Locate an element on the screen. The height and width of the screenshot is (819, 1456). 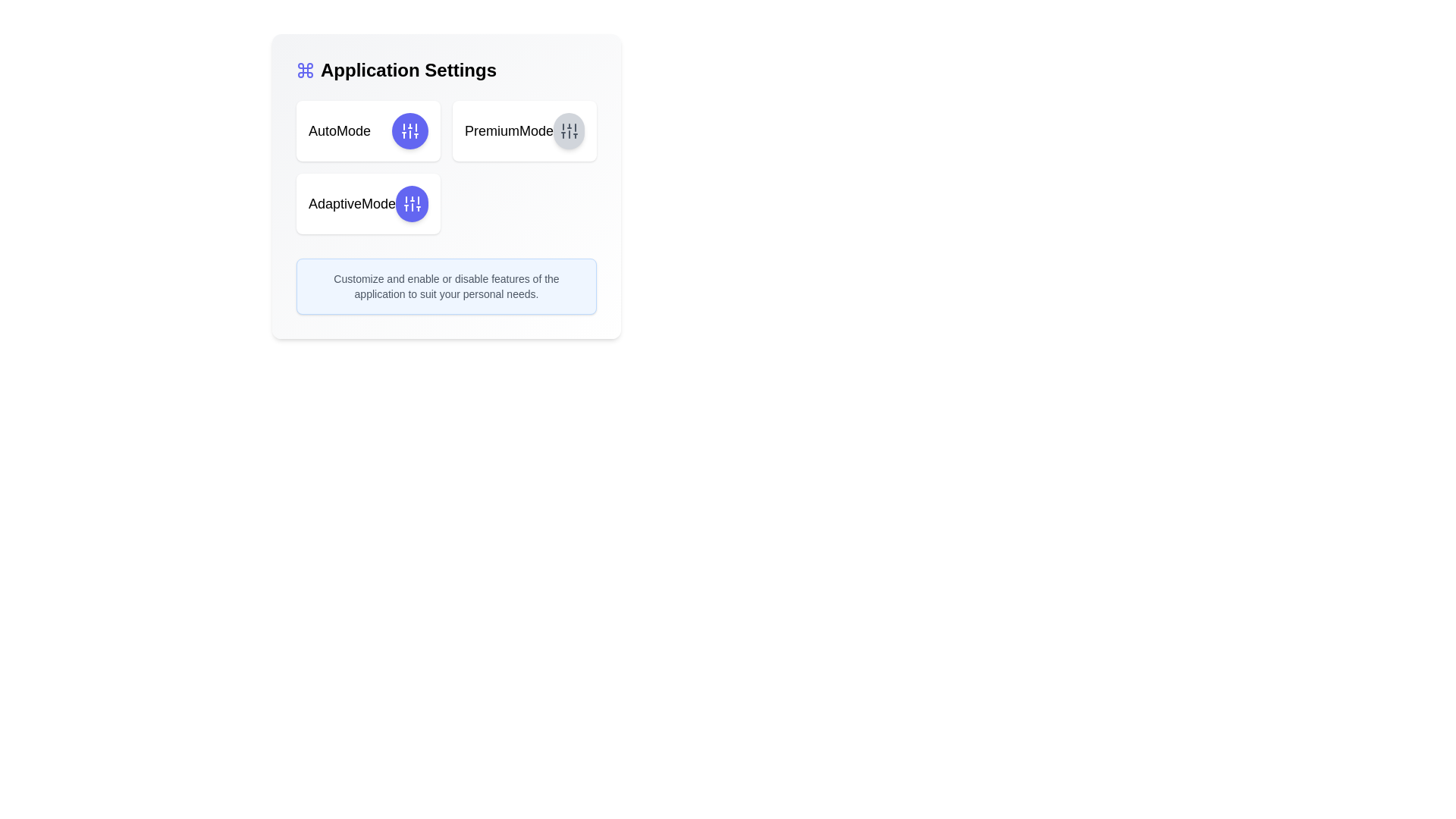
informational text that says 'Customize and enable or disable features of the application to suit your personal needs.' which is displayed in gray color within a light blue rounded rectangular panel is located at coordinates (446, 287).